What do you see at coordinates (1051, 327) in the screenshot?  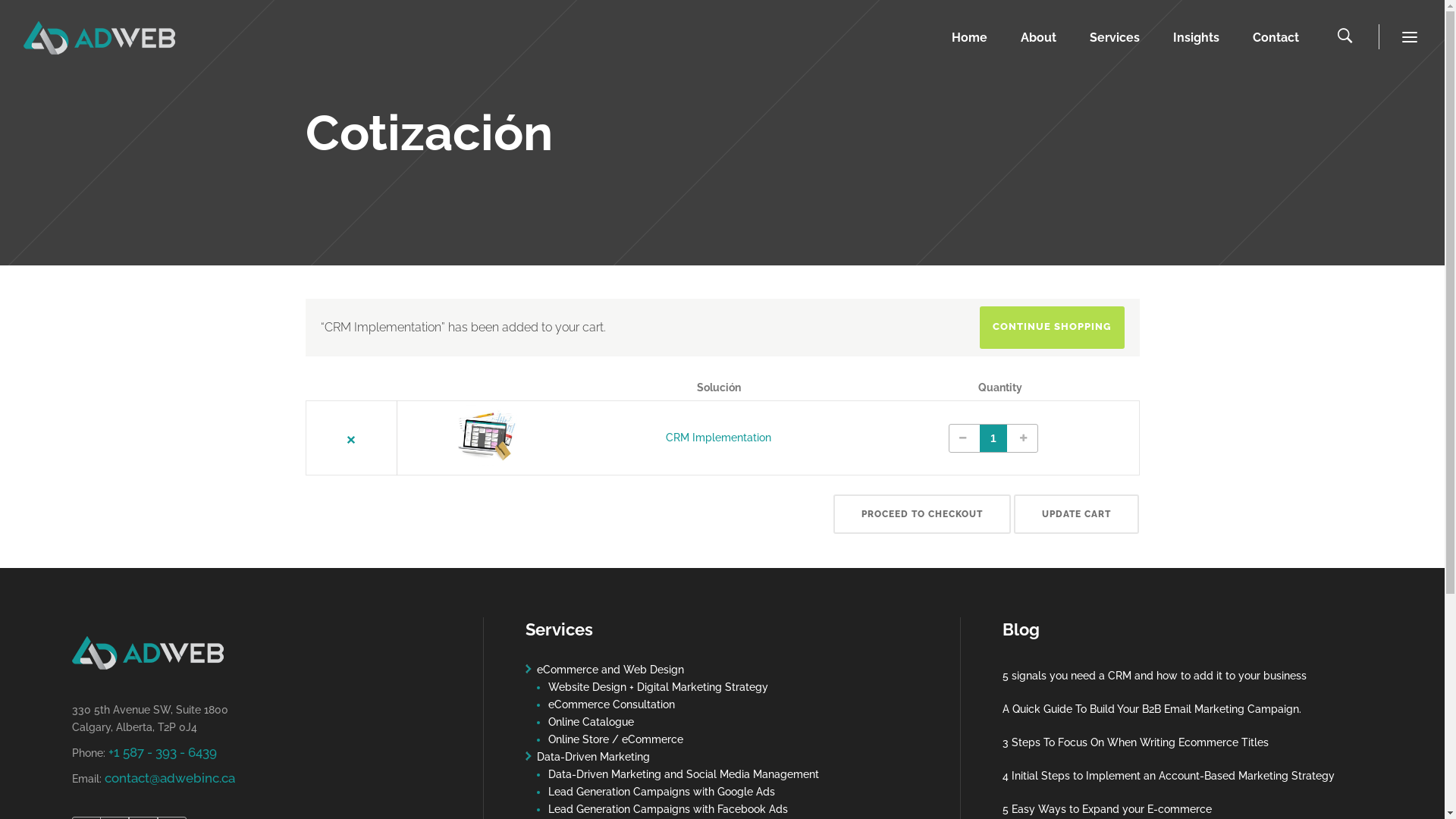 I see `'CONTINUE SHOPPING'` at bounding box center [1051, 327].